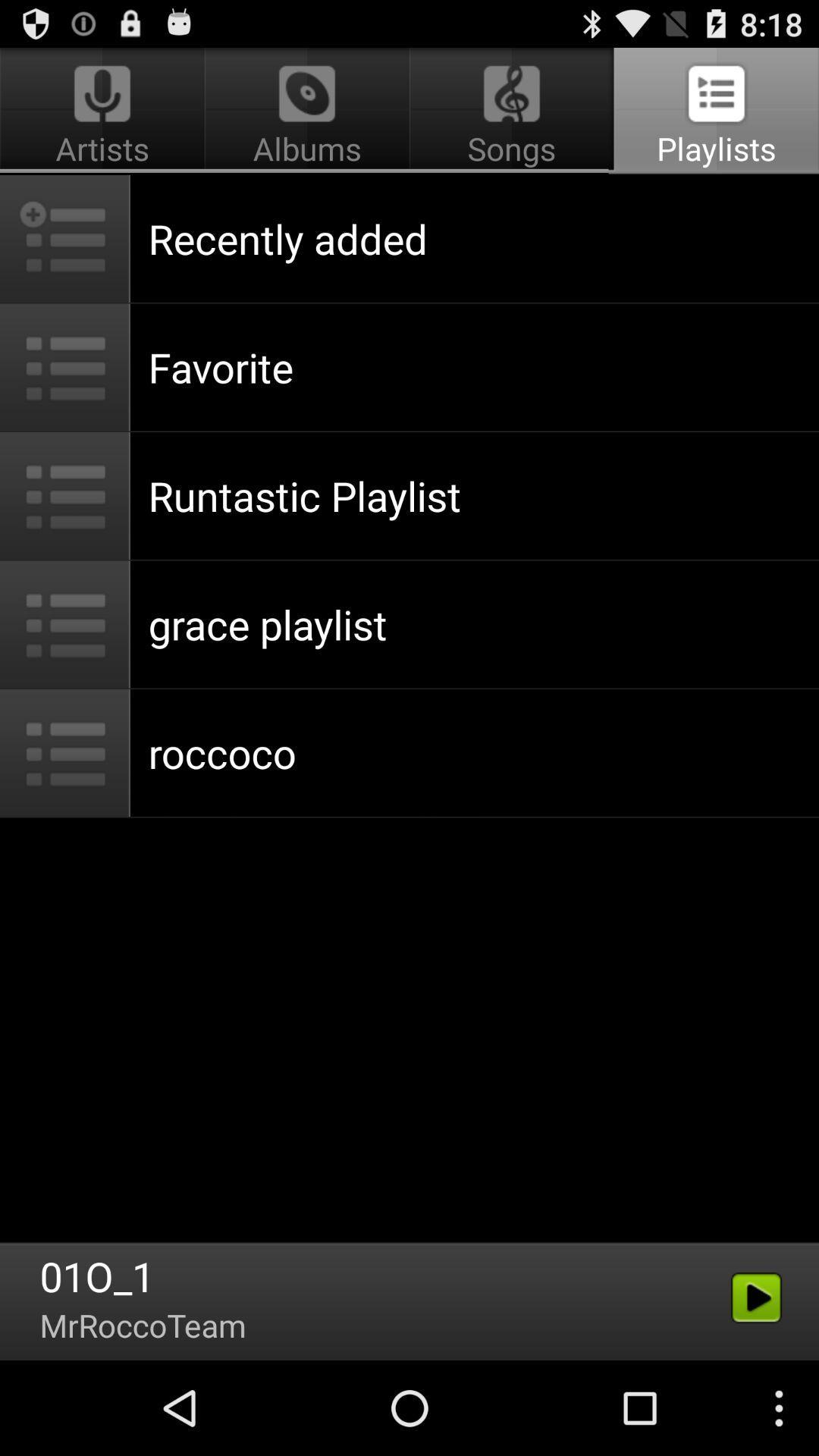  What do you see at coordinates (714, 111) in the screenshot?
I see `playlists app` at bounding box center [714, 111].